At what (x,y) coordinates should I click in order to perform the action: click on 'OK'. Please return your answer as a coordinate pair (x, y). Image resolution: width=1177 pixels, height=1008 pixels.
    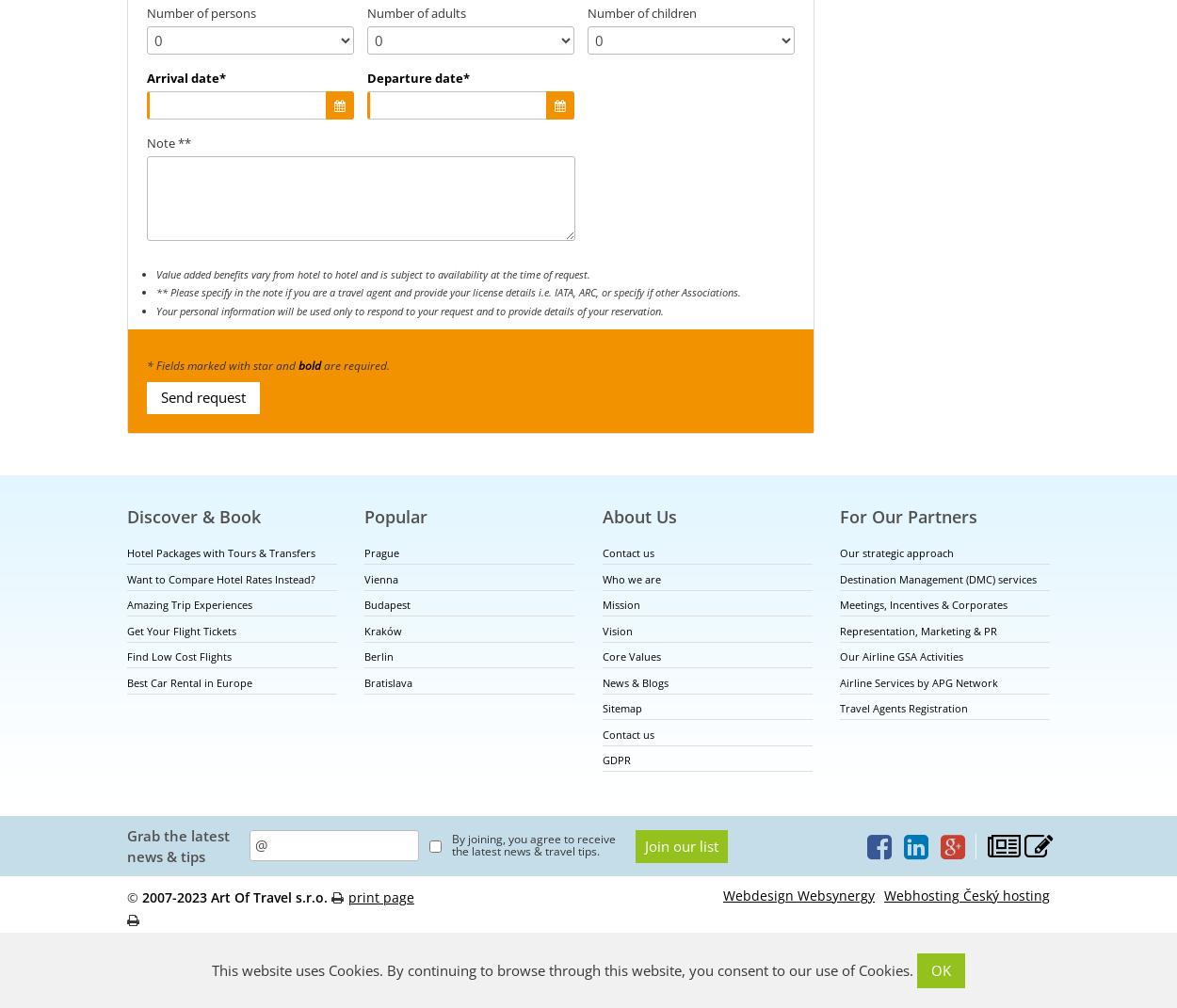
    Looking at the image, I should click on (940, 970).